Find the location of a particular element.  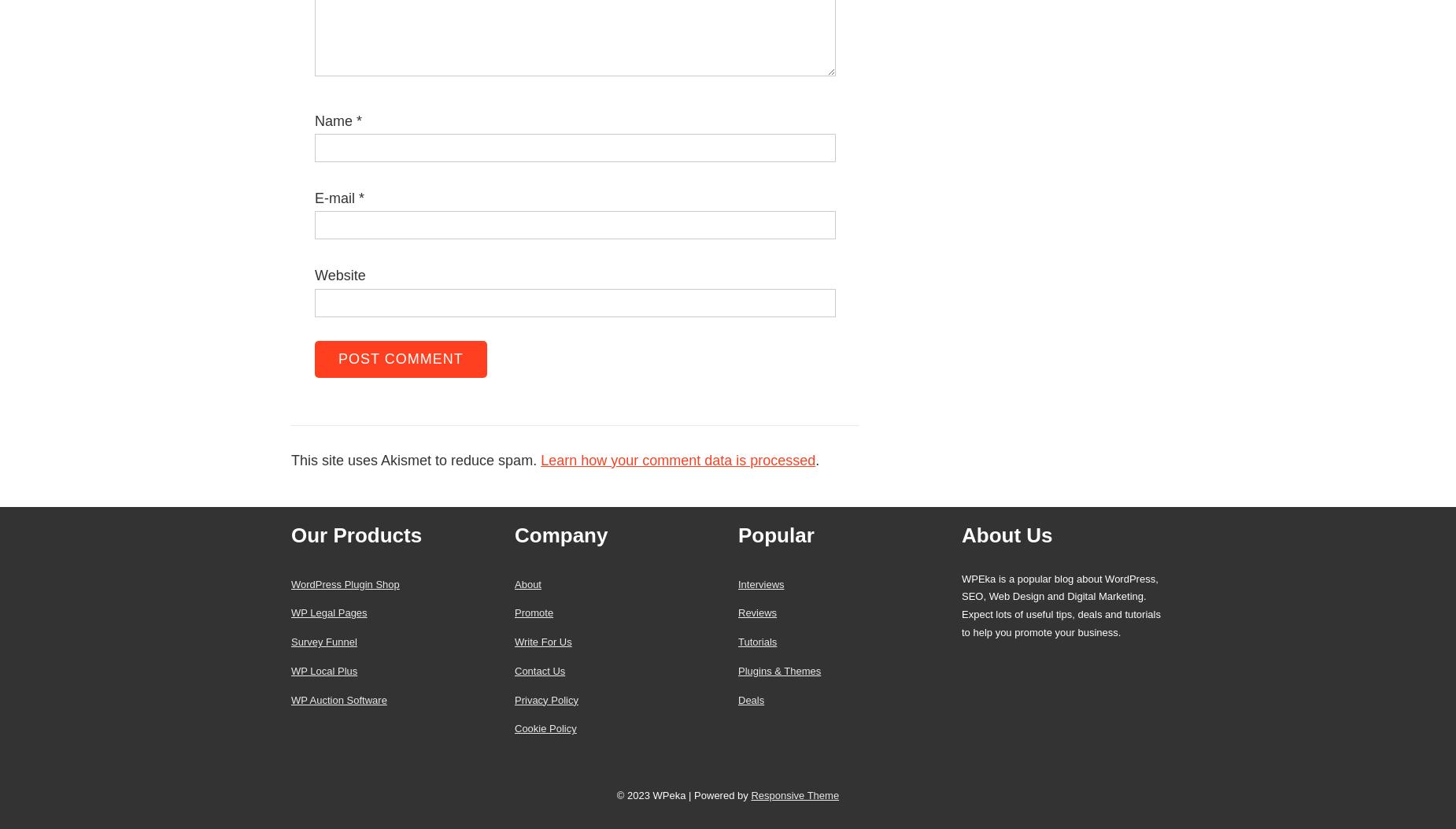

'Interviews' is located at coordinates (759, 583).